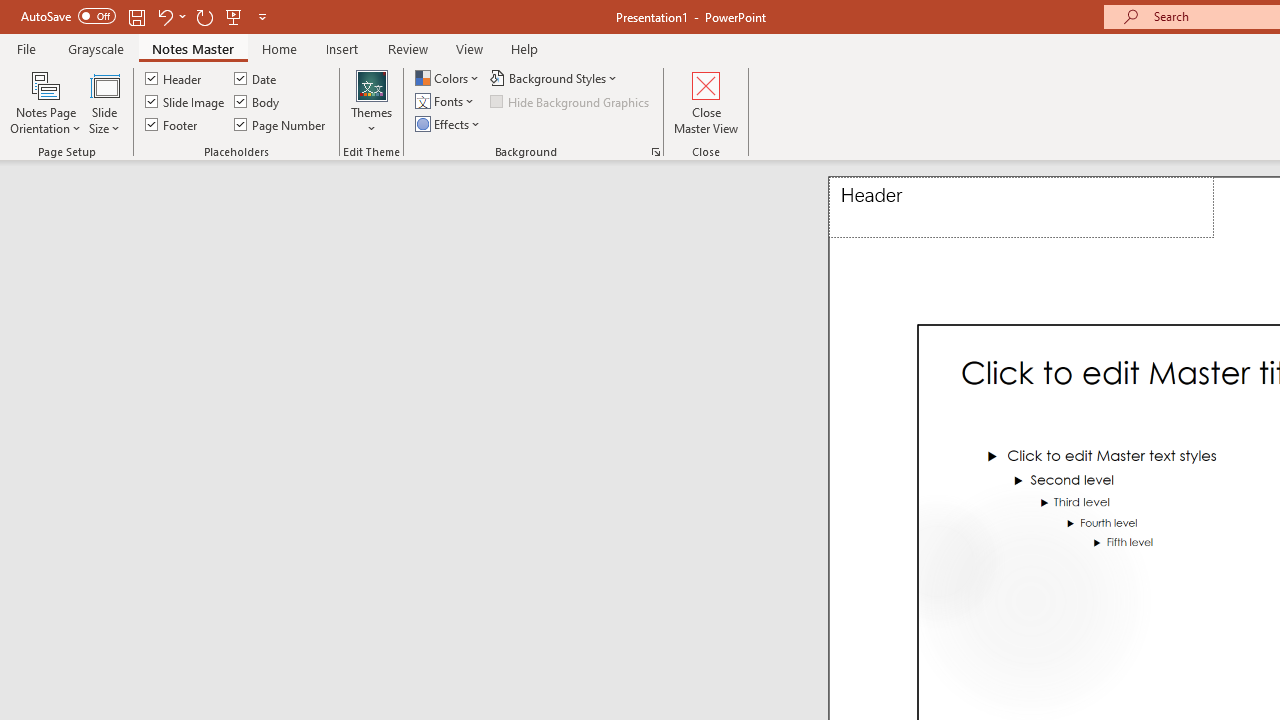 This screenshot has width=1280, height=720. I want to click on 'Notes Page Orientation', so click(46, 103).